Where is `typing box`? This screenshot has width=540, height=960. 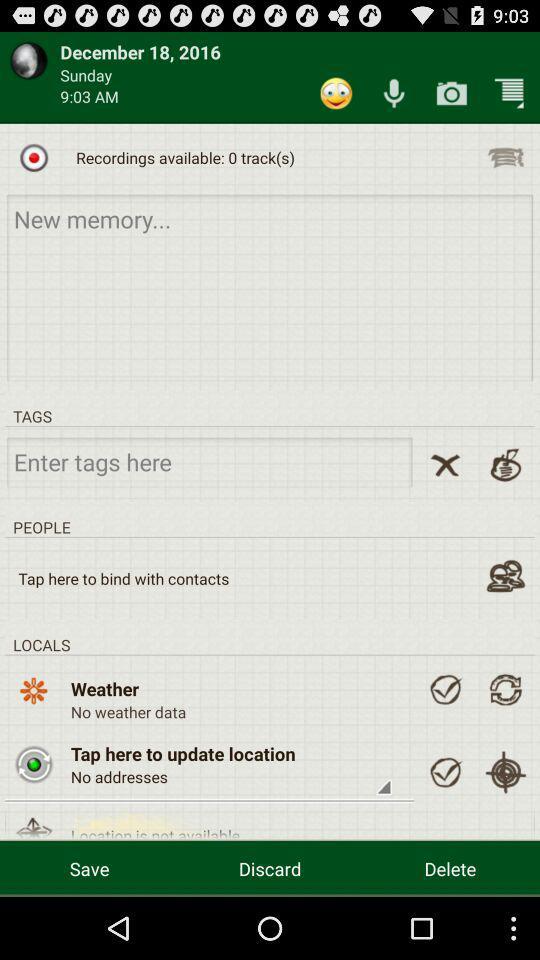 typing box is located at coordinates (270, 286).